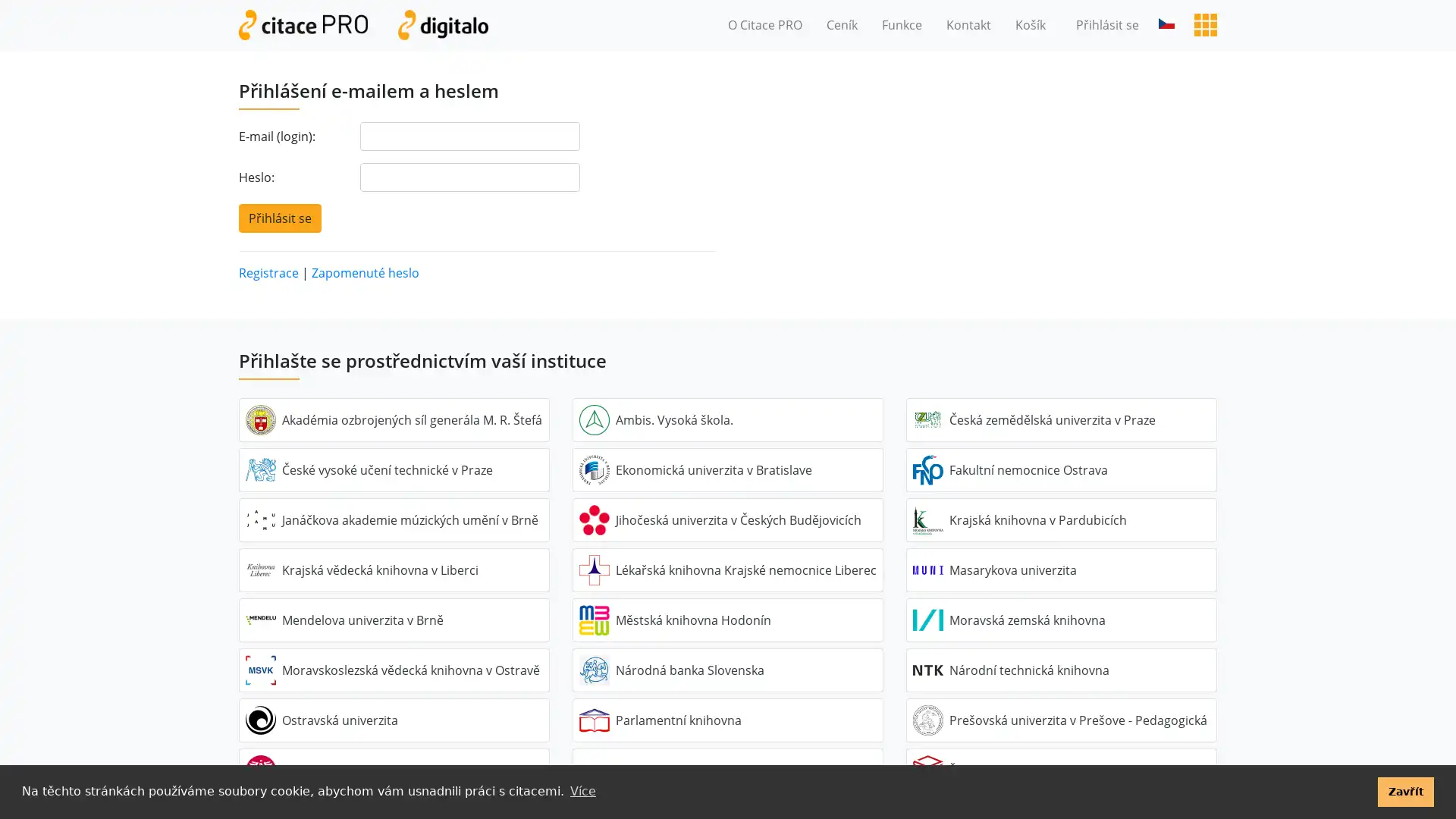  I want to click on dismiss cookie message, so click(1404, 791).